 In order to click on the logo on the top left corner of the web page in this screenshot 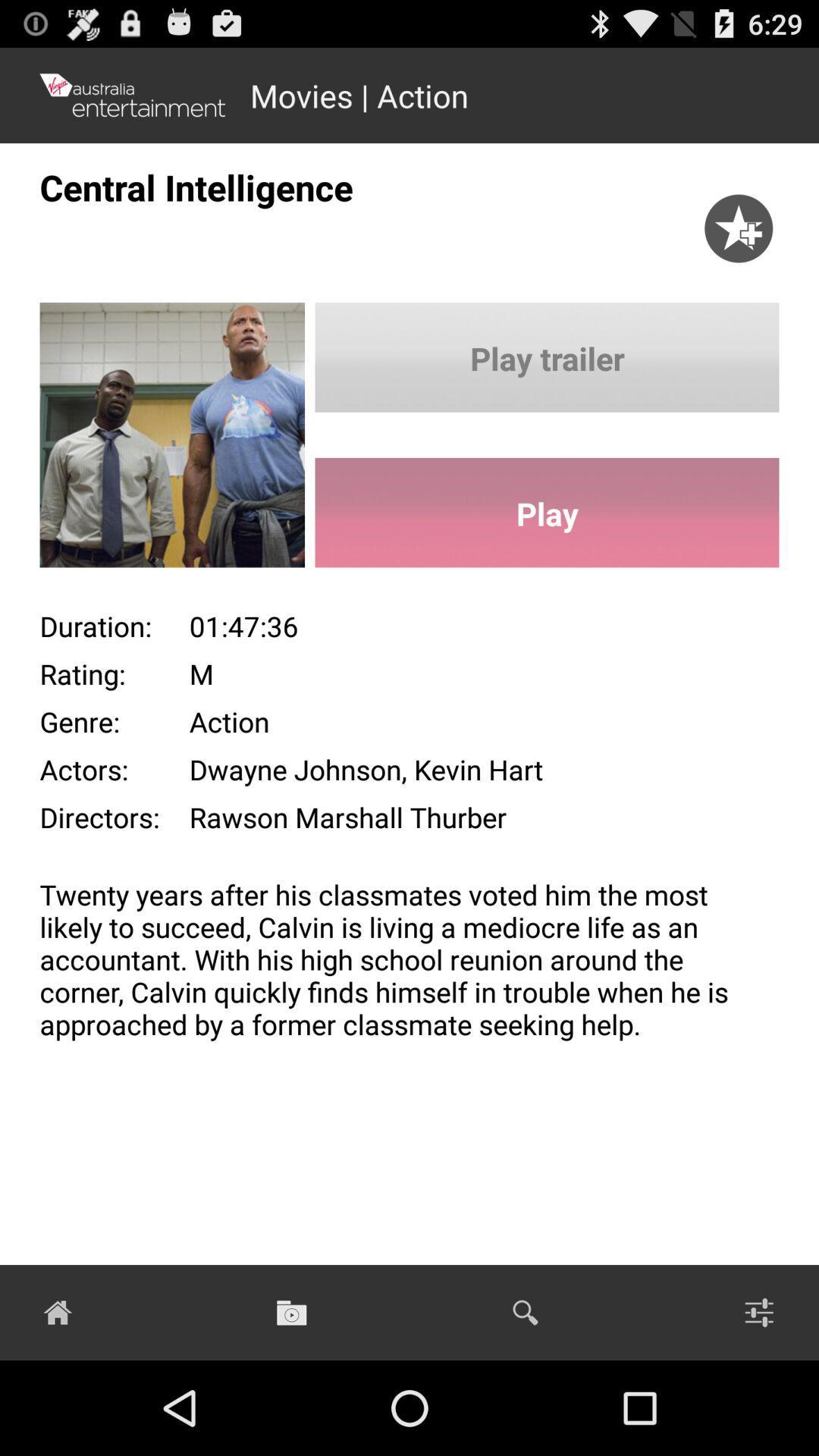, I will do `click(133, 94)`.